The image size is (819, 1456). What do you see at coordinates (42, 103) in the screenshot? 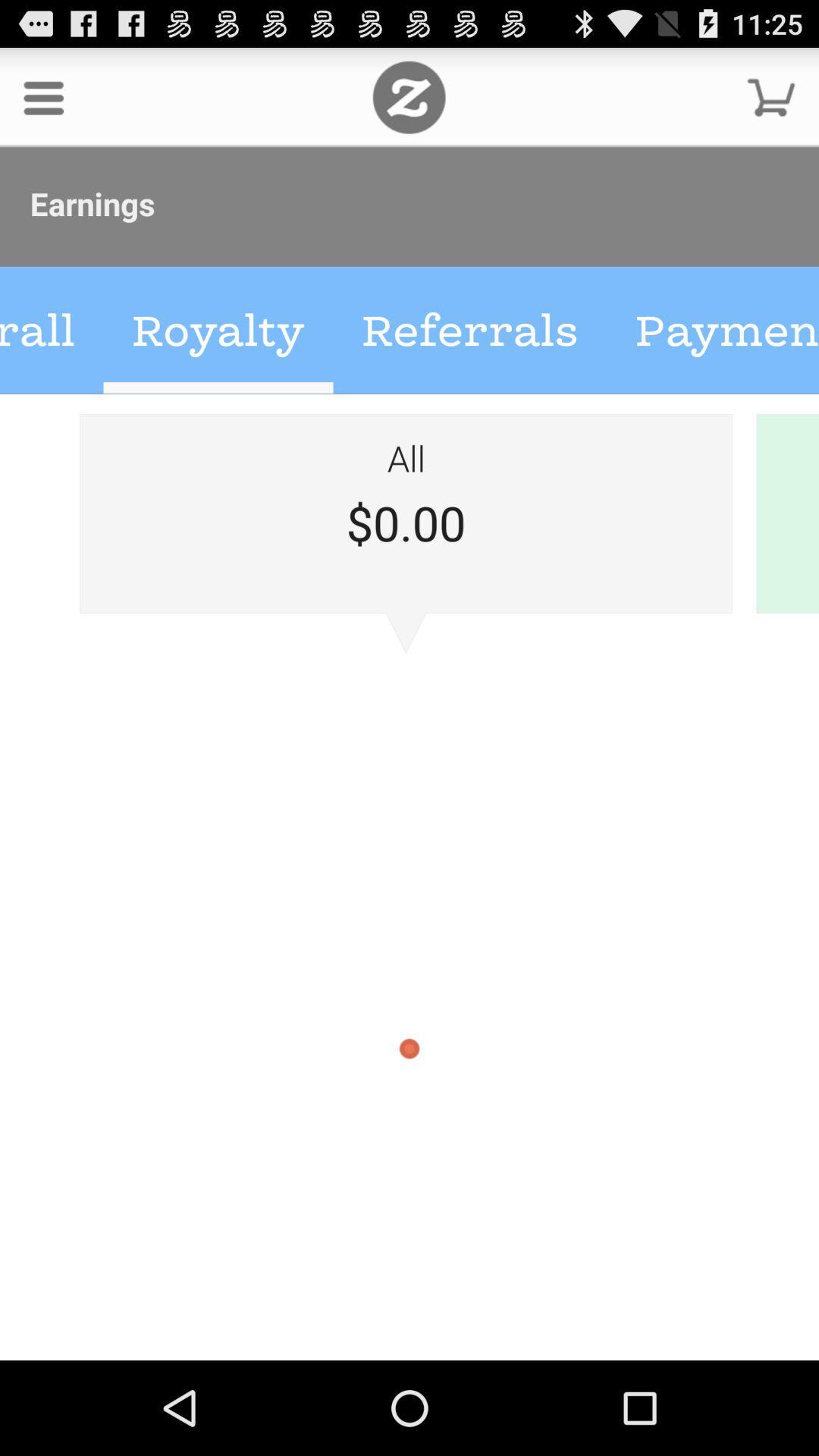
I see `the menu icon` at bounding box center [42, 103].